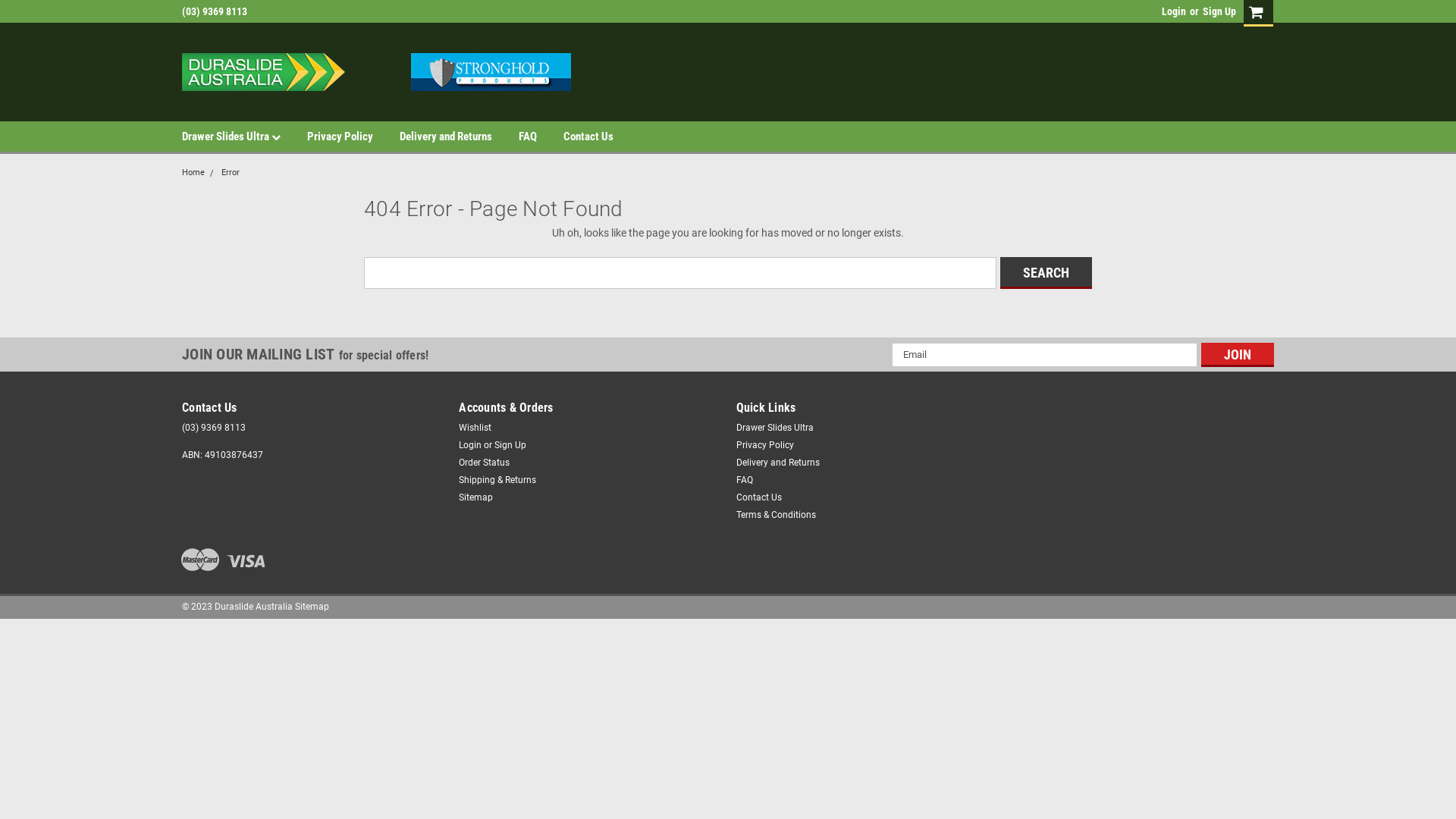  I want to click on 'Join', so click(1238, 354).